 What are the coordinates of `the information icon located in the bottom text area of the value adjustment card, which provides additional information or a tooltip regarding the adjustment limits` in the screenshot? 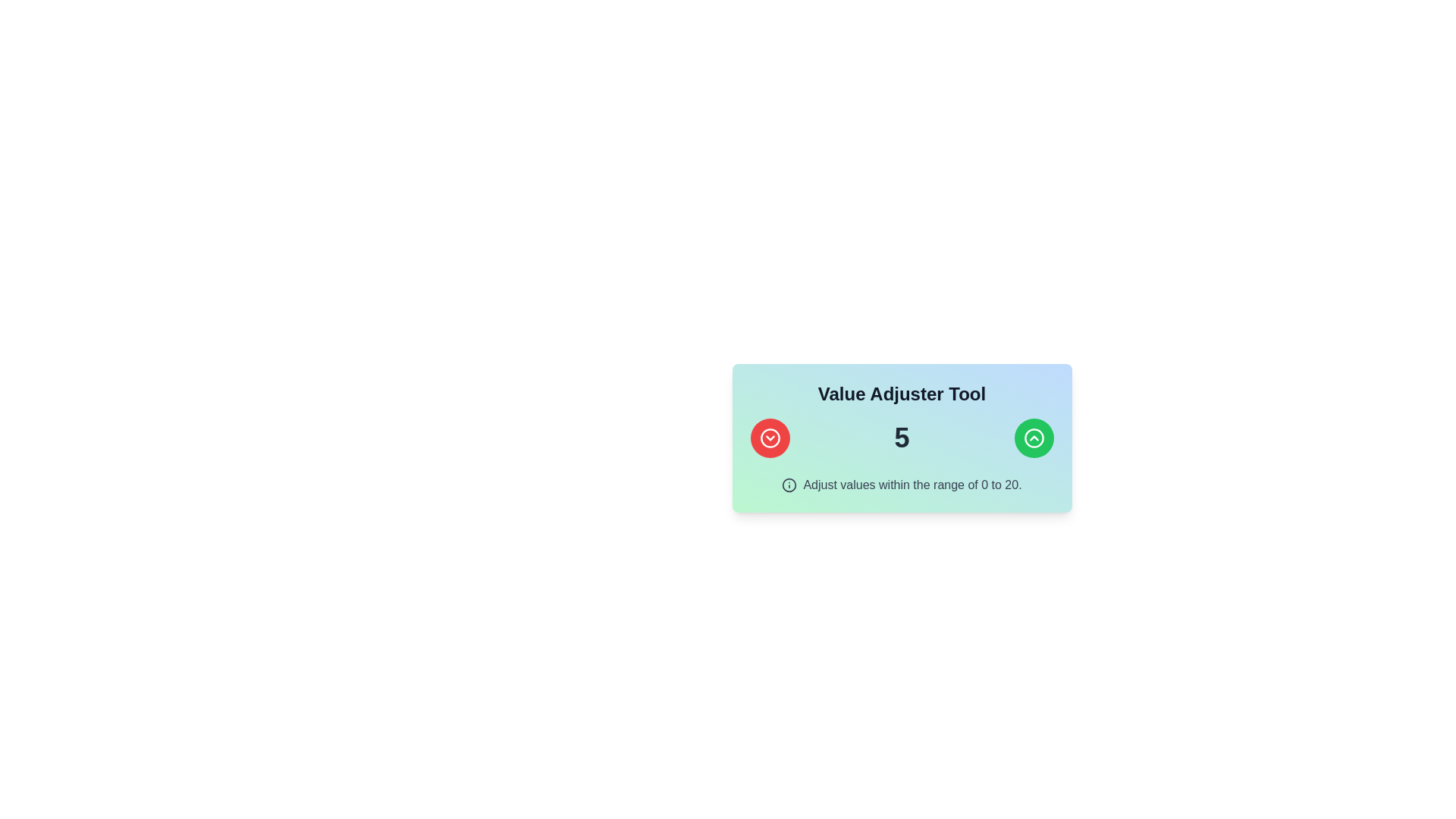 It's located at (789, 485).